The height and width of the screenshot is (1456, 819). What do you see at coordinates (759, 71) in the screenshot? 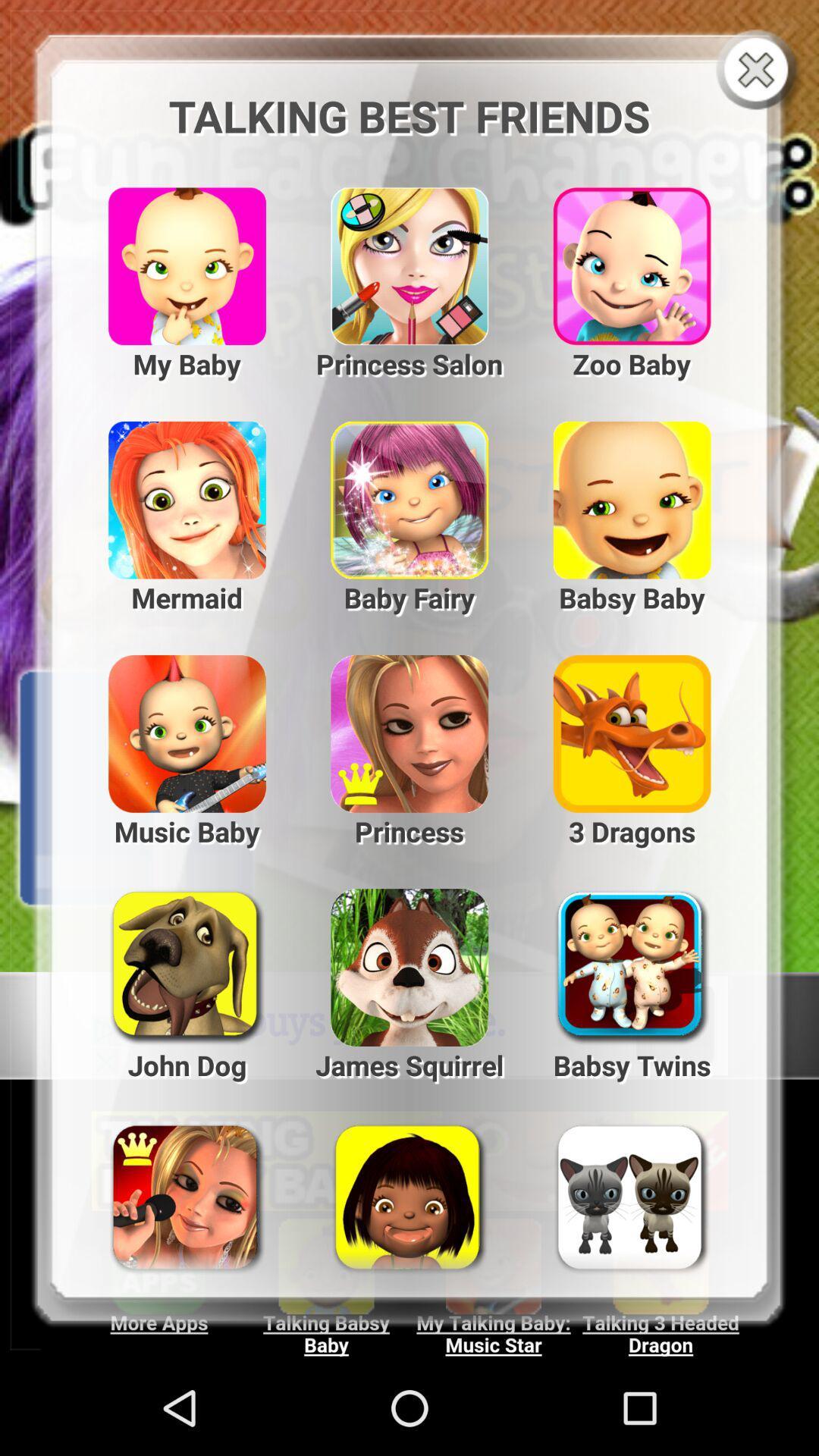
I see `go close` at bounding box center [759, 71].